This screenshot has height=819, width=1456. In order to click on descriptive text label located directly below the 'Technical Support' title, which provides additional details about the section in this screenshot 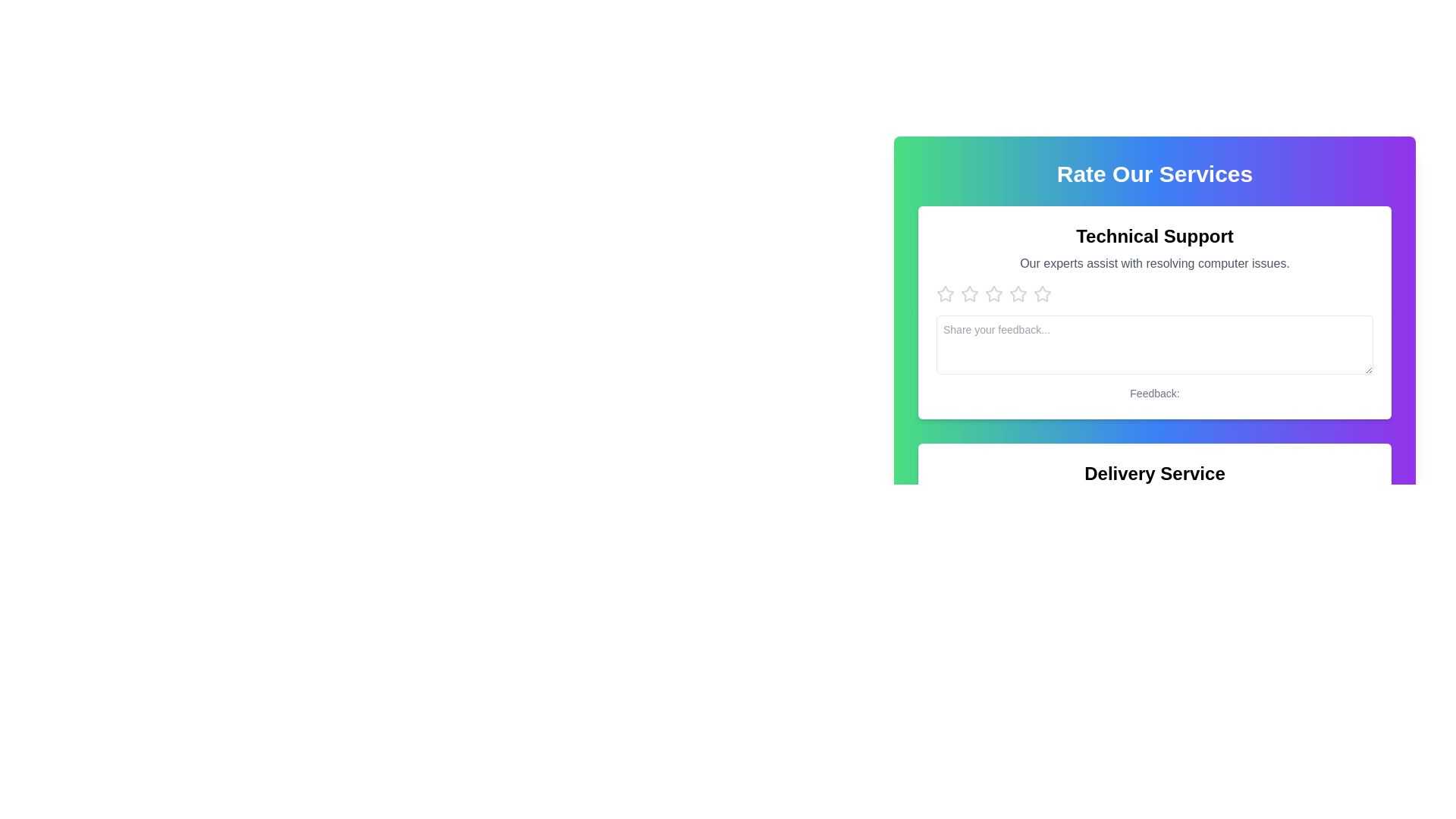, I will do `click(1153, 262)`.